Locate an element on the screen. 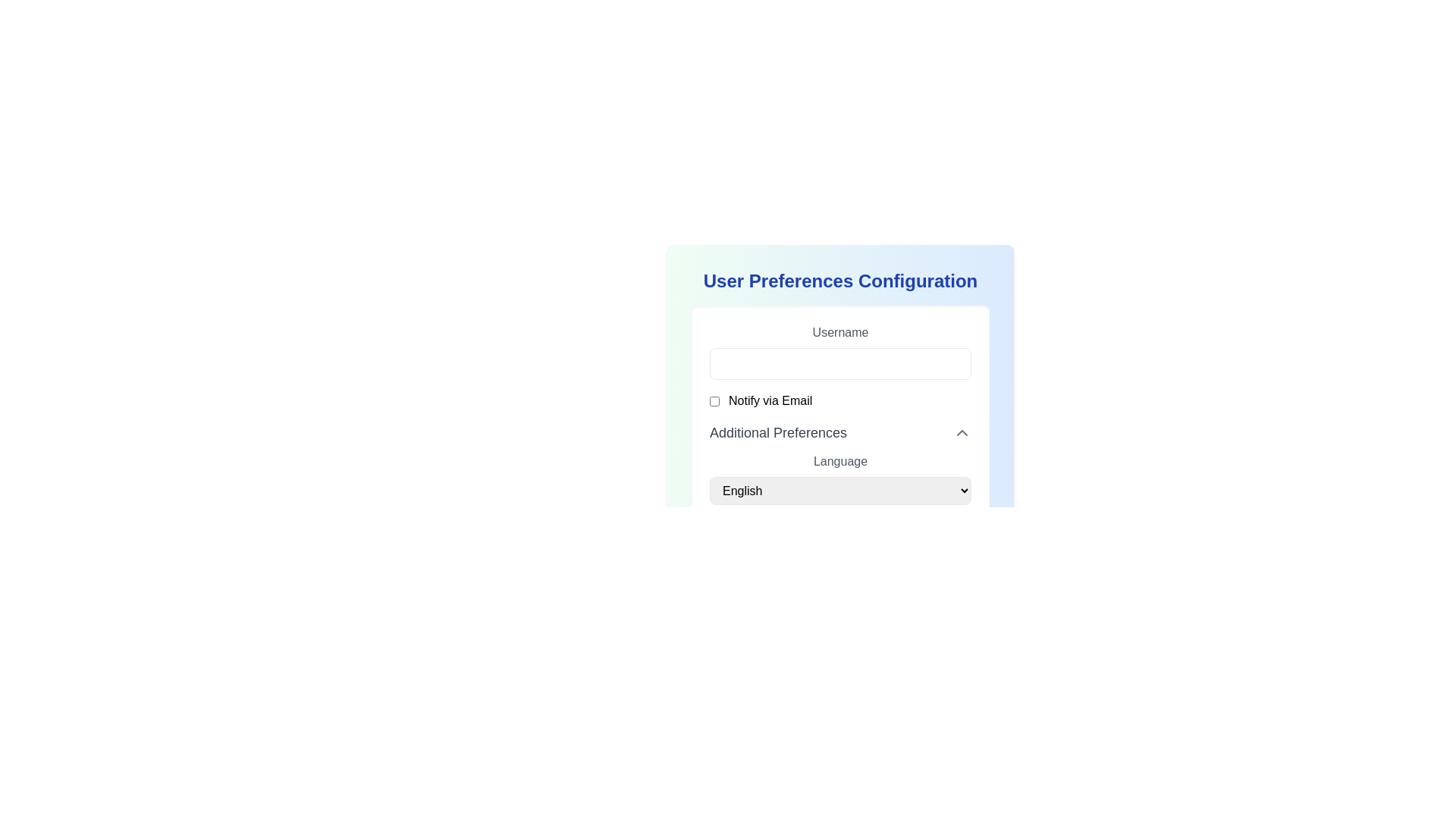 The width and height of the screenshot is (1456, 819). the Chevron-Up icon located on the right-hand side of the 'Additional Preferences' section header is located at coordinates (961, 432).